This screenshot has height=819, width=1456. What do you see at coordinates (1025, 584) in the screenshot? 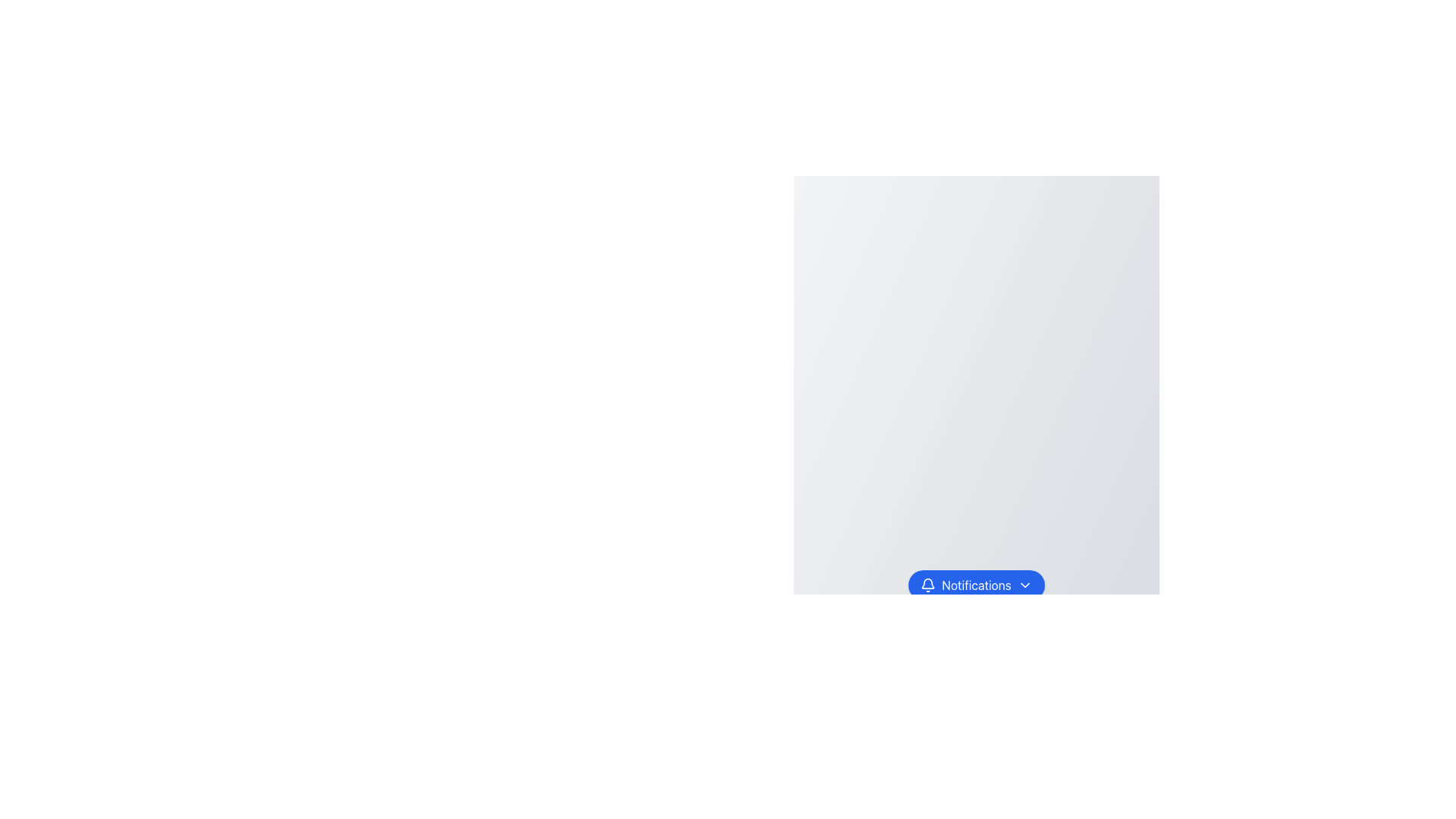
I see `the chevron icon adjacent to the Notifications button` at bounding box center [1025, 584].